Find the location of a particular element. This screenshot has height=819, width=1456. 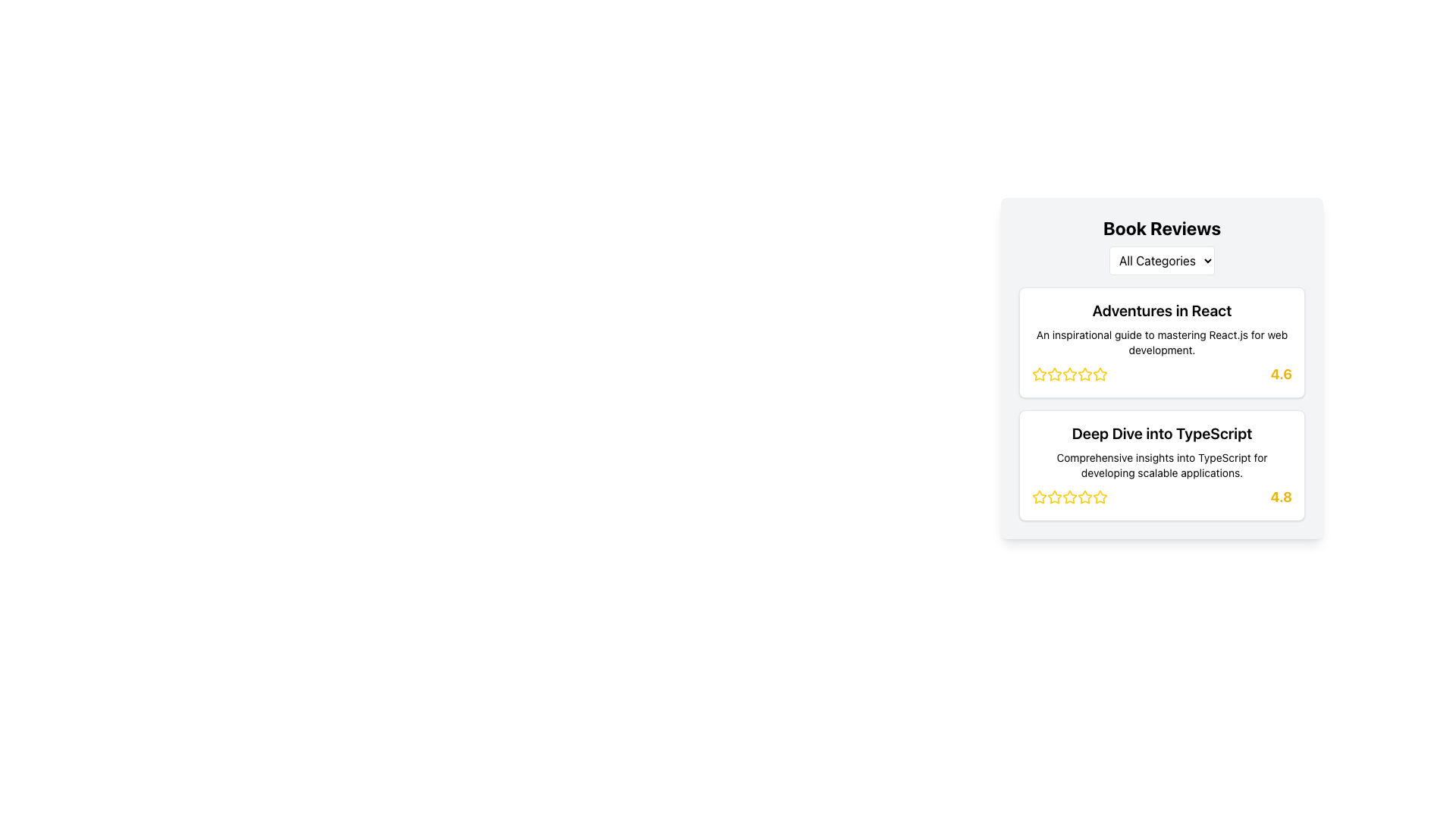

the first star icon in the star rating component for the book 'Adventures in React' to indicate a rating is located at coordinates (1039, 374).